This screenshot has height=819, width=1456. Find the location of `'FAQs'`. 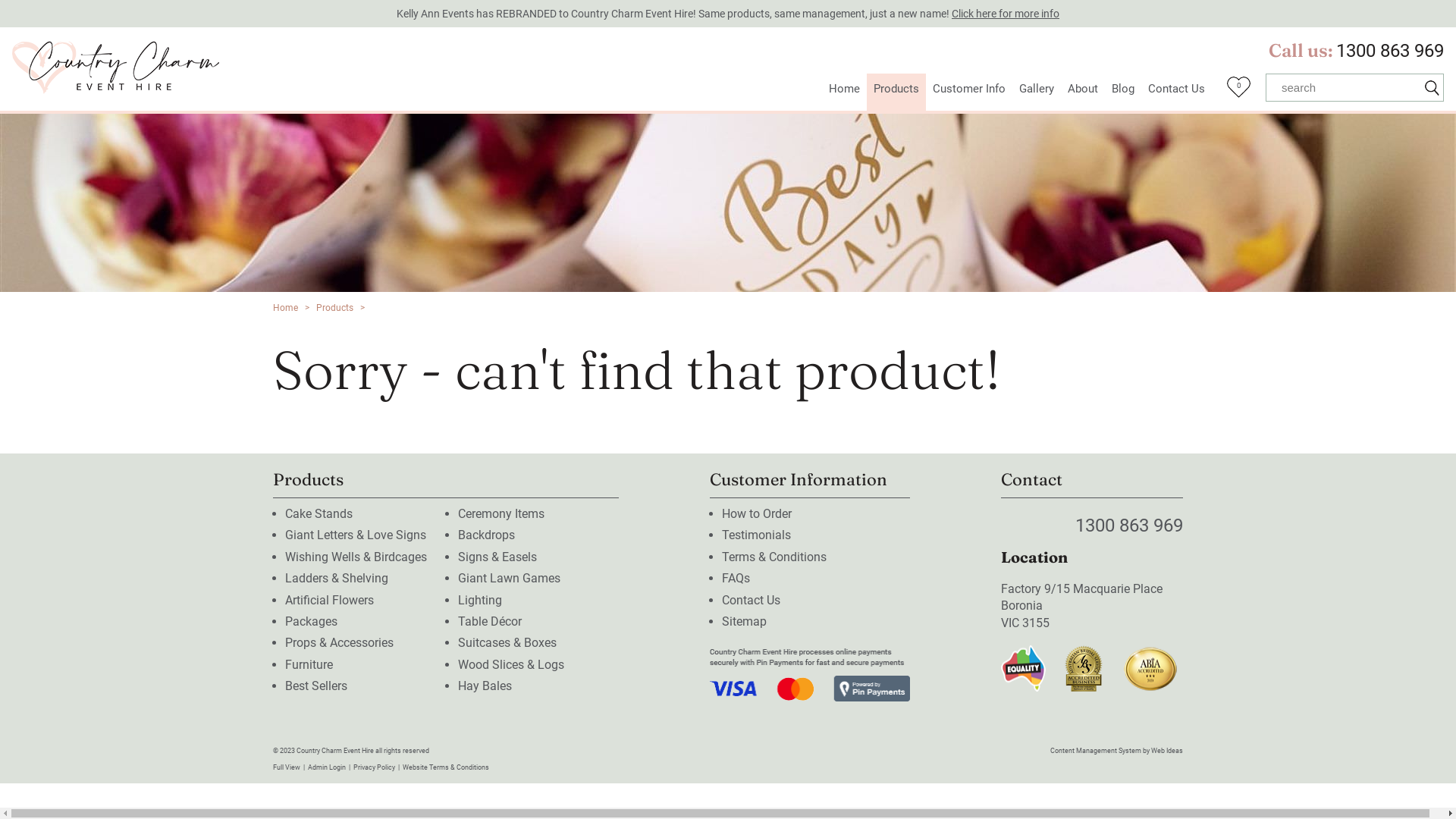

'FAQs' is located at coordinates (736, 578).